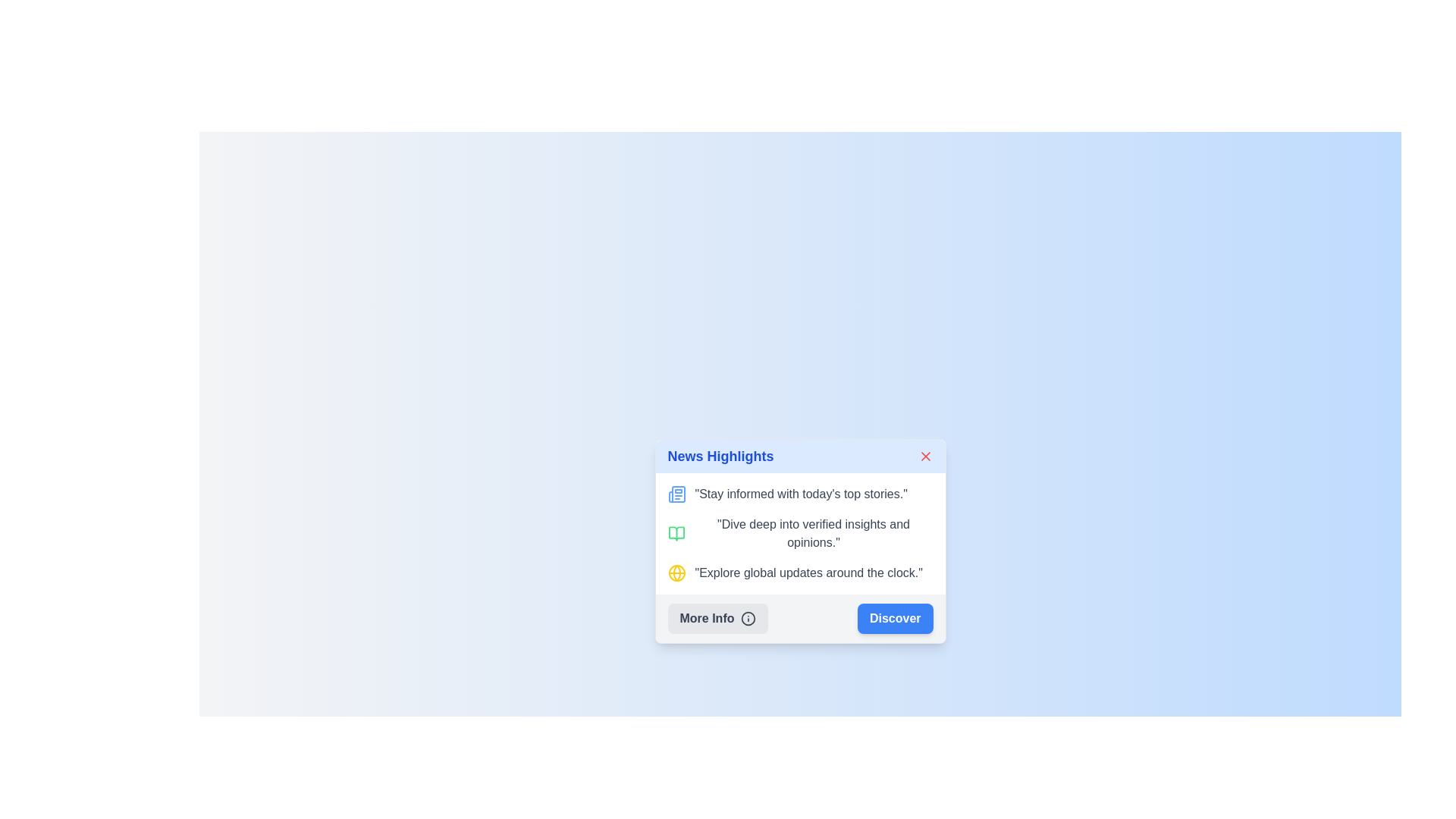 The image size is (1456, 819). Describe the element at coordinates (676, 573) in the screenshot. I see `the middle globe icon in the News Highlights panel, which is a yellow SVG graphical representation of a globe` at that location.